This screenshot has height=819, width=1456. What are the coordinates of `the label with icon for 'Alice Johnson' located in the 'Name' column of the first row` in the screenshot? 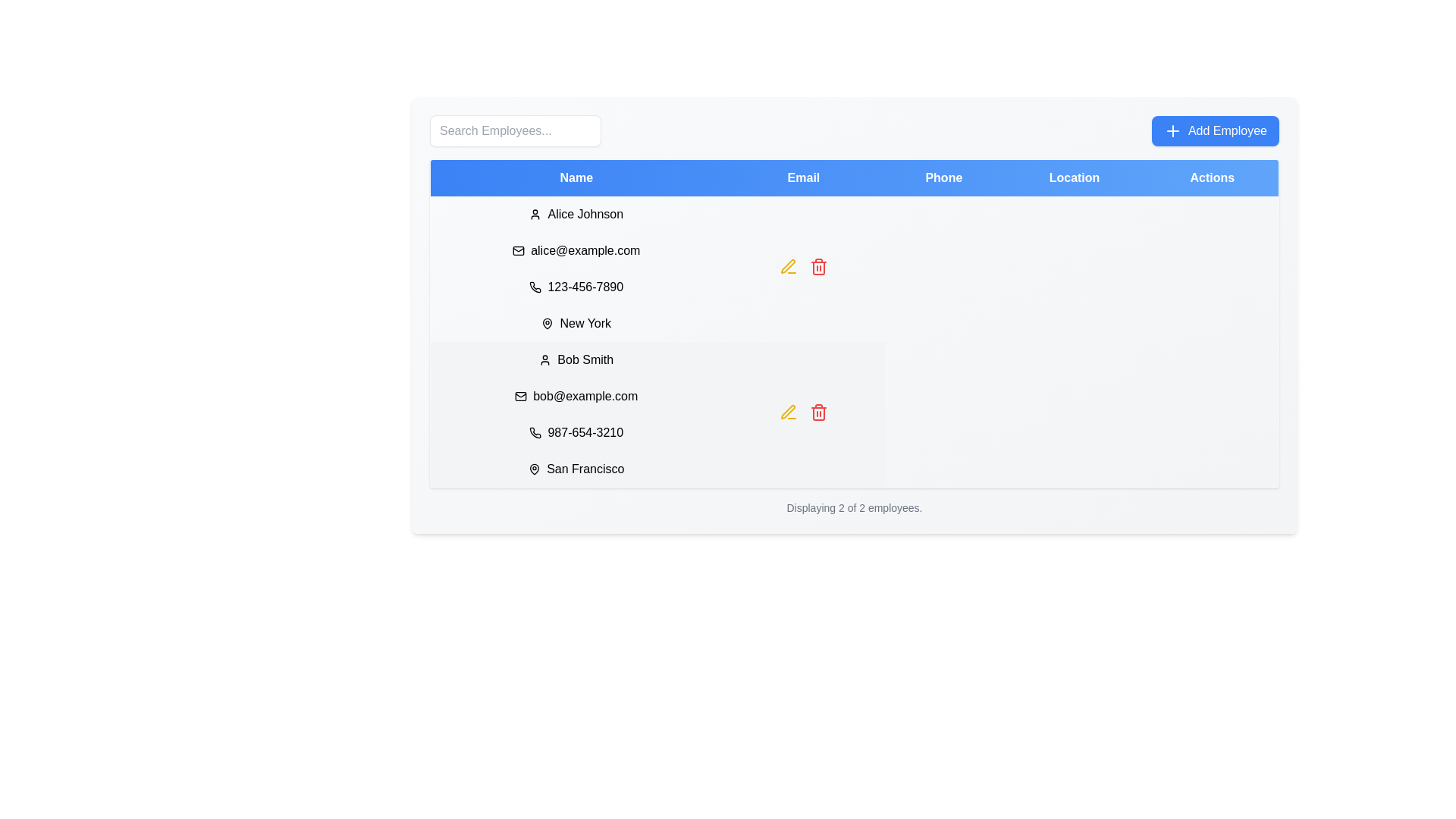 It's located at (576, 214).